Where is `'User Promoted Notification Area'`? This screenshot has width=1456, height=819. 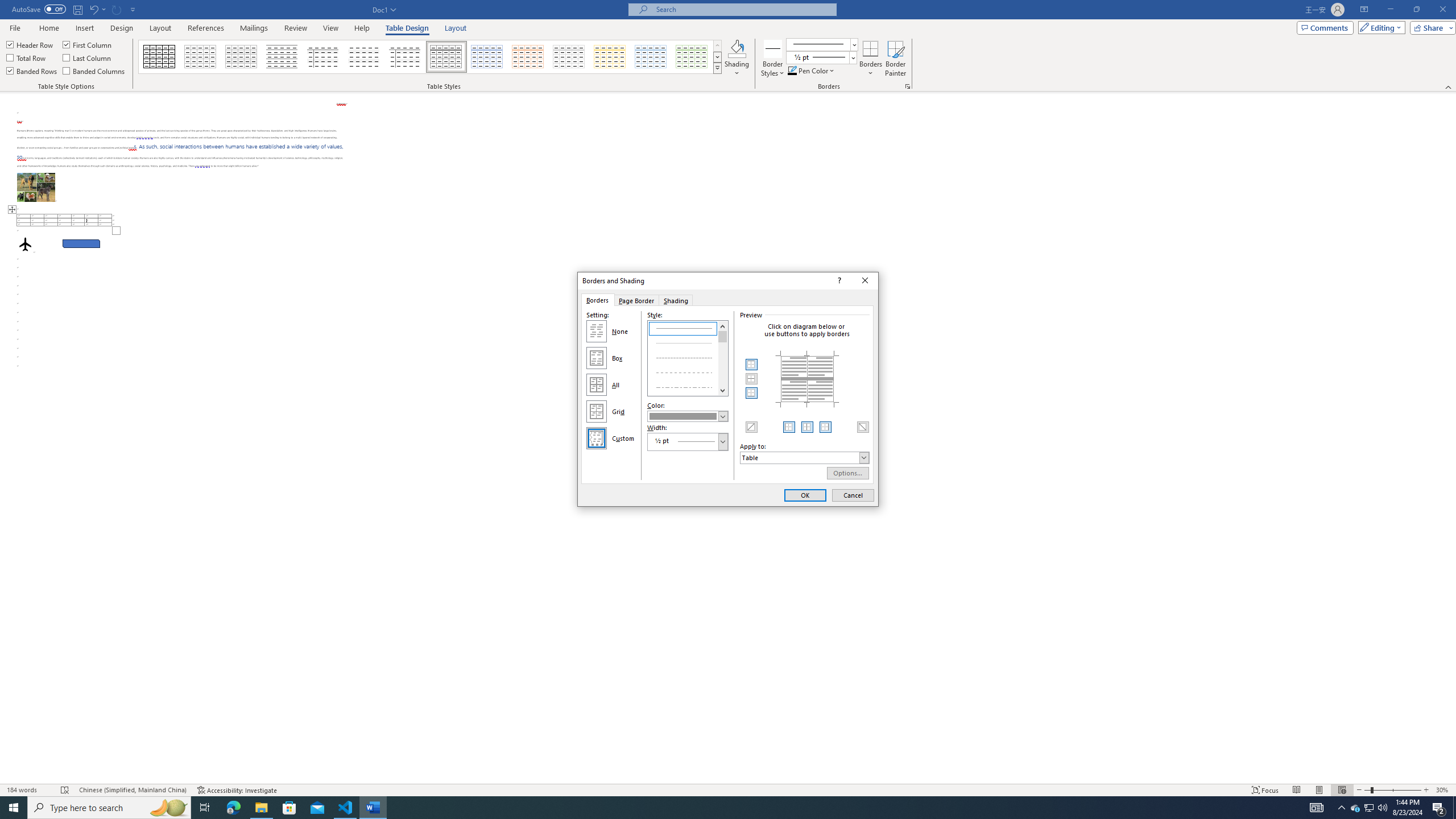 'User Promoted Notification Area' is located at coordinates (1368, 806).